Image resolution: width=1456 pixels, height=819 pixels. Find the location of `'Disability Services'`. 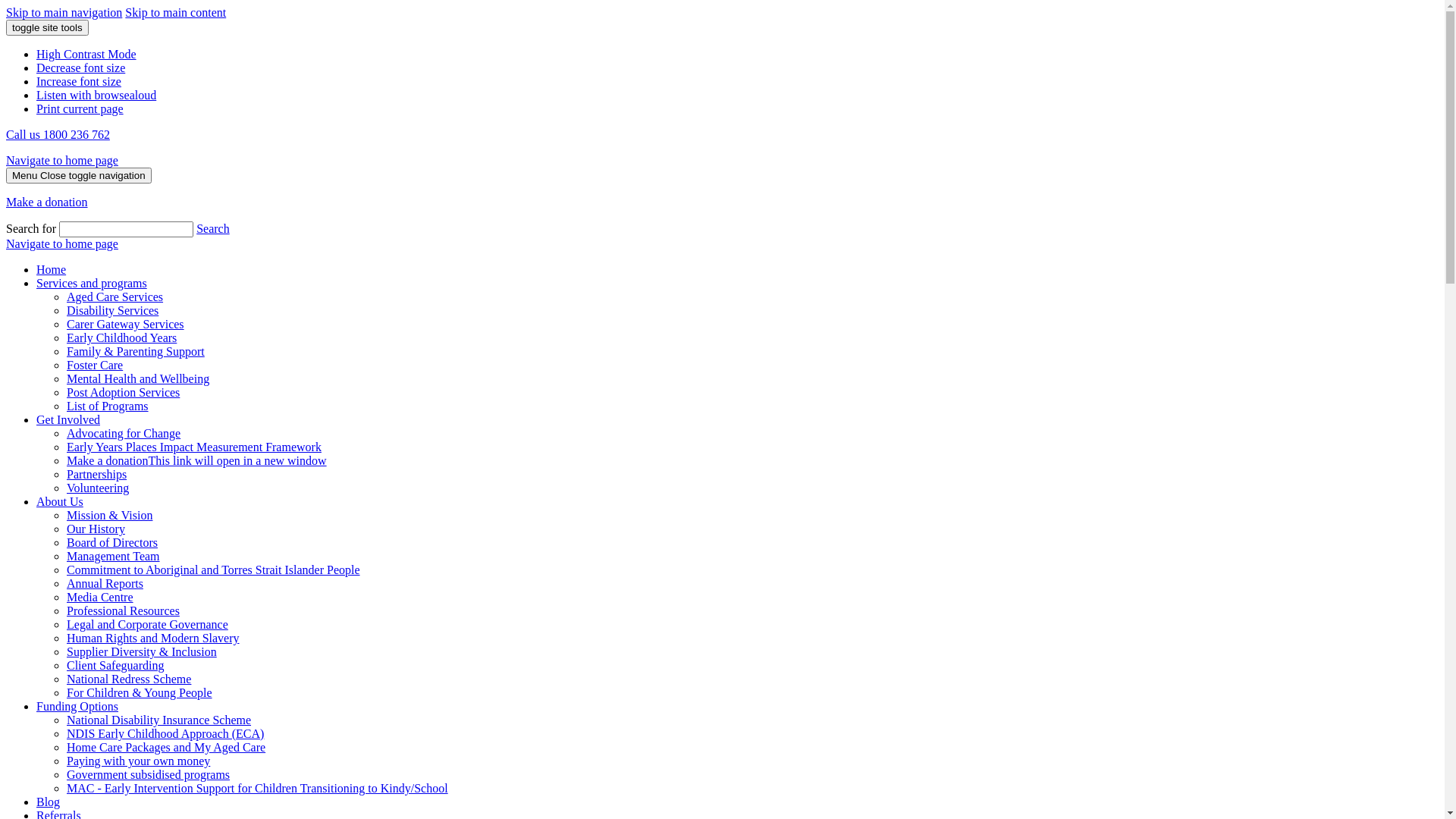

'Disability Services' is located at coordinates (111, 309).